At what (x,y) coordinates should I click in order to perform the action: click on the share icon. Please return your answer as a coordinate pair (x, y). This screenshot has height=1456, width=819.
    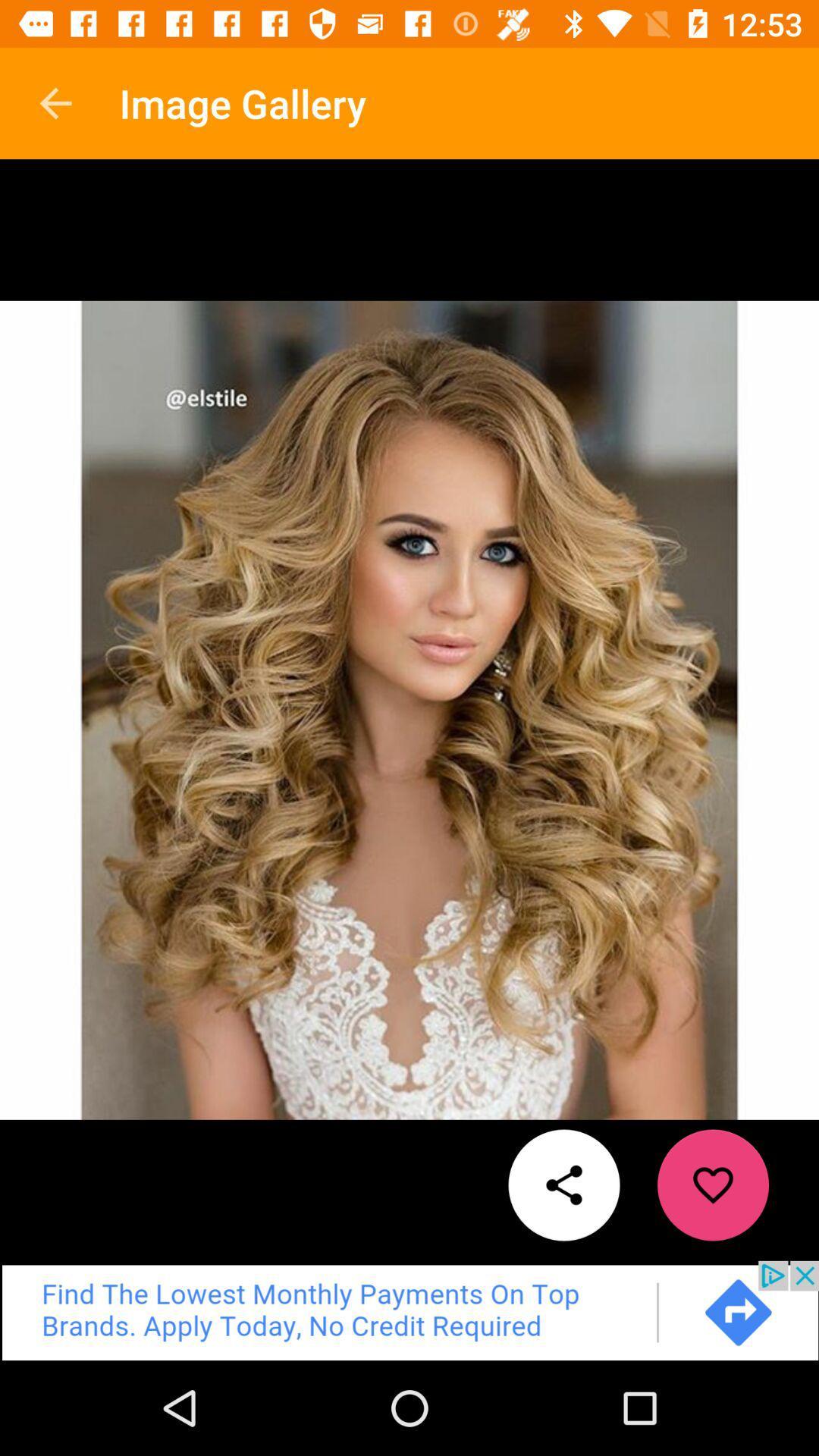
    Looking at the image, I should click on (564, 1185).